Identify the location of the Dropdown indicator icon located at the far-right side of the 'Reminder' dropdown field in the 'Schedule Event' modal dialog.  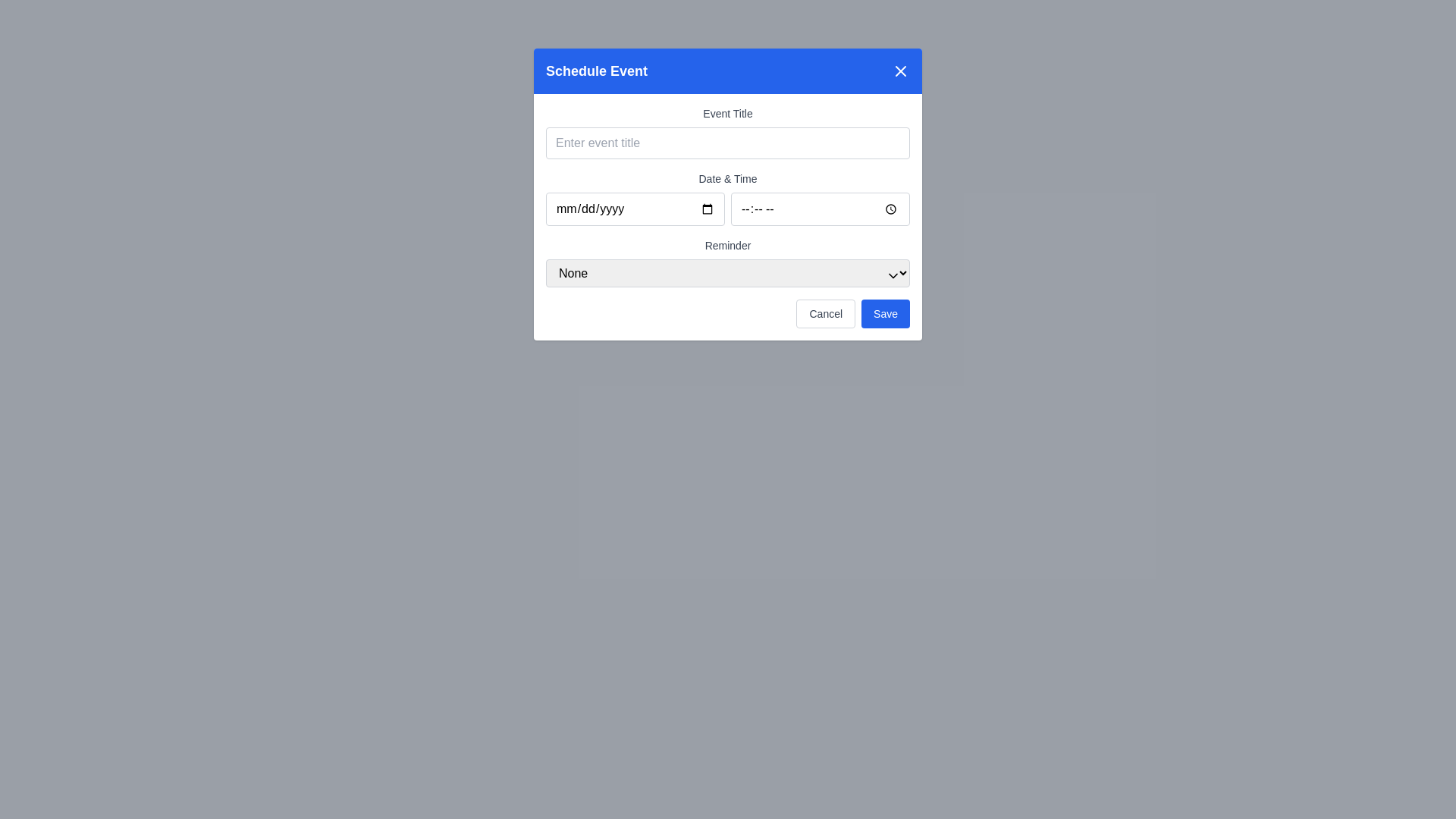
(893, 275).